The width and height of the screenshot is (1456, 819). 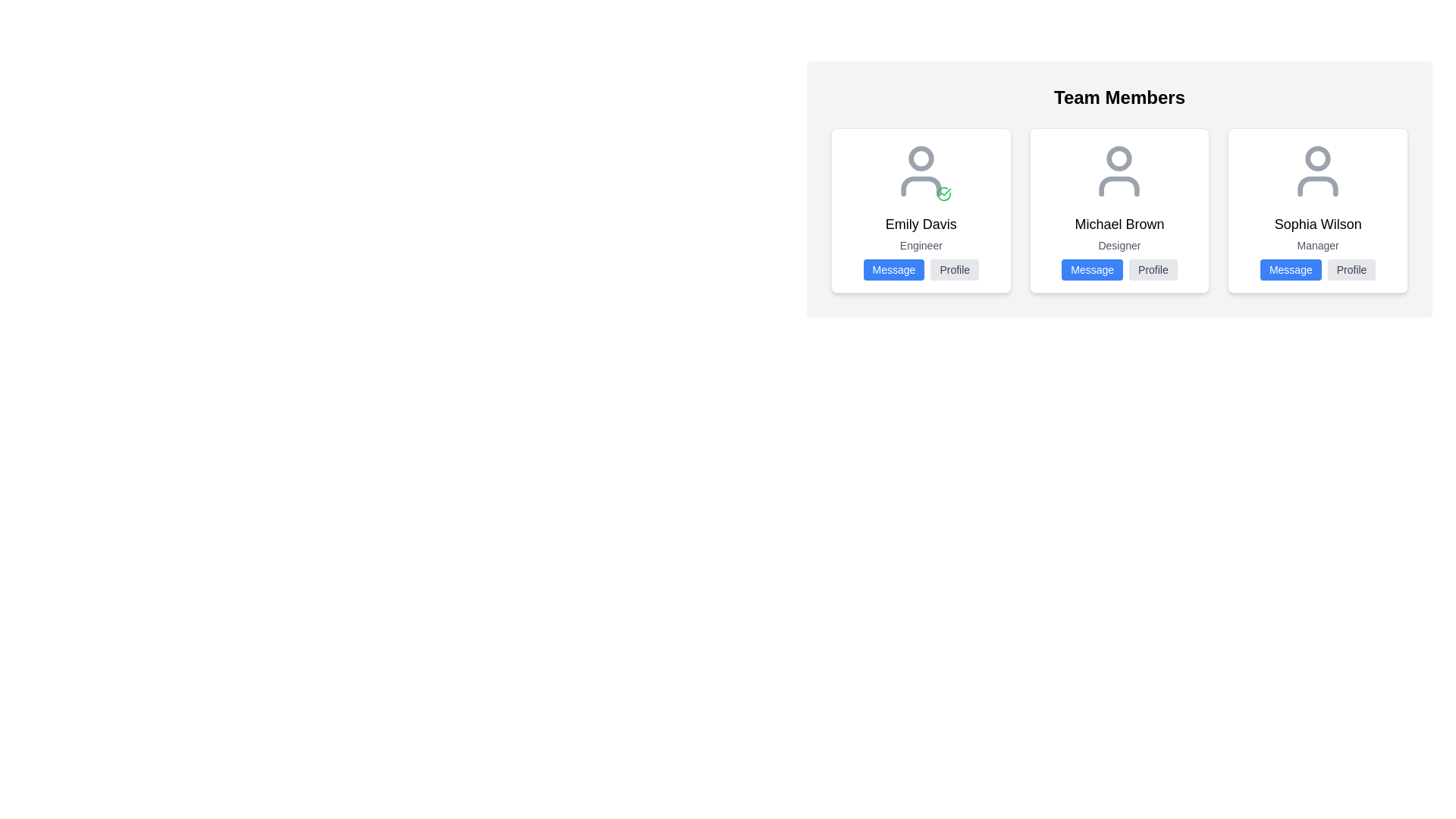 I want to click on the 'Message' button in the Button Group for 'Michael Brown' to initiate a communication interface, so click(x=1119, y=268).